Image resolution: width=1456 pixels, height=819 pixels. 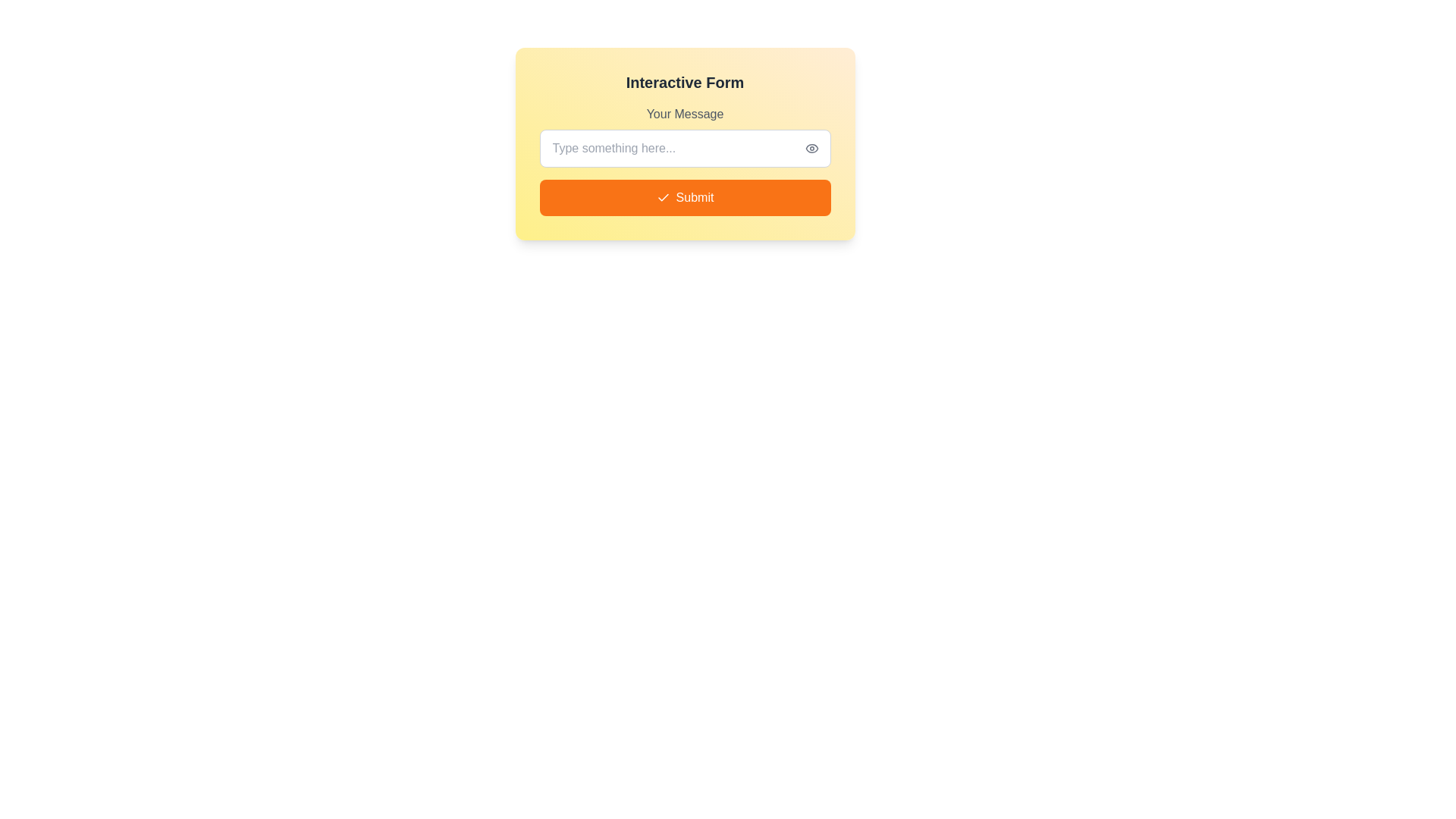 What do you see at coordinates (811, 149) in the screenshot?
I see `the small, clickable gray eye icon located at the far-right end of the text input box to possibly see a tooltip` at bounding box center [811, 149].